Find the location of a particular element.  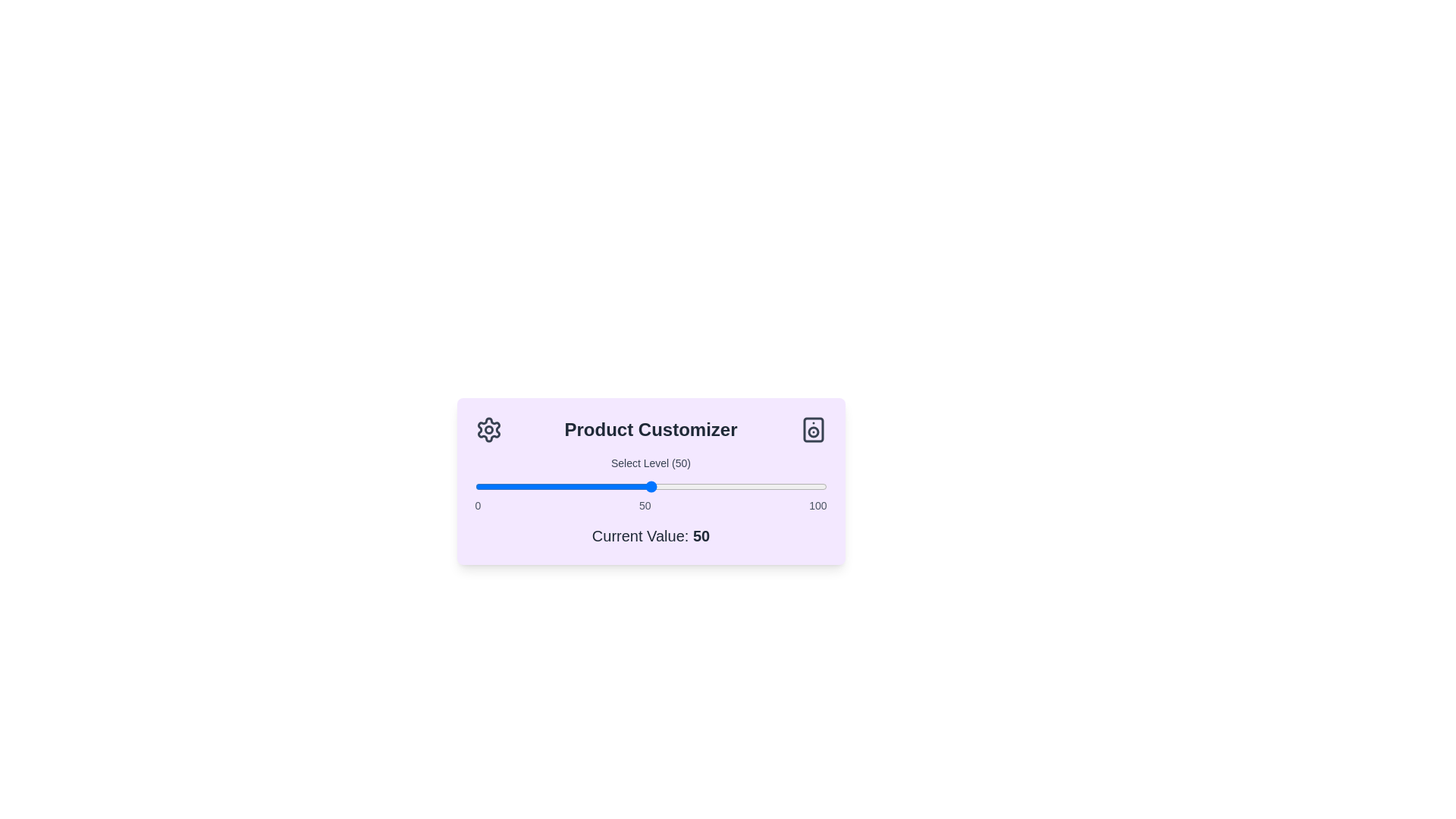

the settings icon to access its tooltip or additional functionalities is located at coordinates (488, 430).